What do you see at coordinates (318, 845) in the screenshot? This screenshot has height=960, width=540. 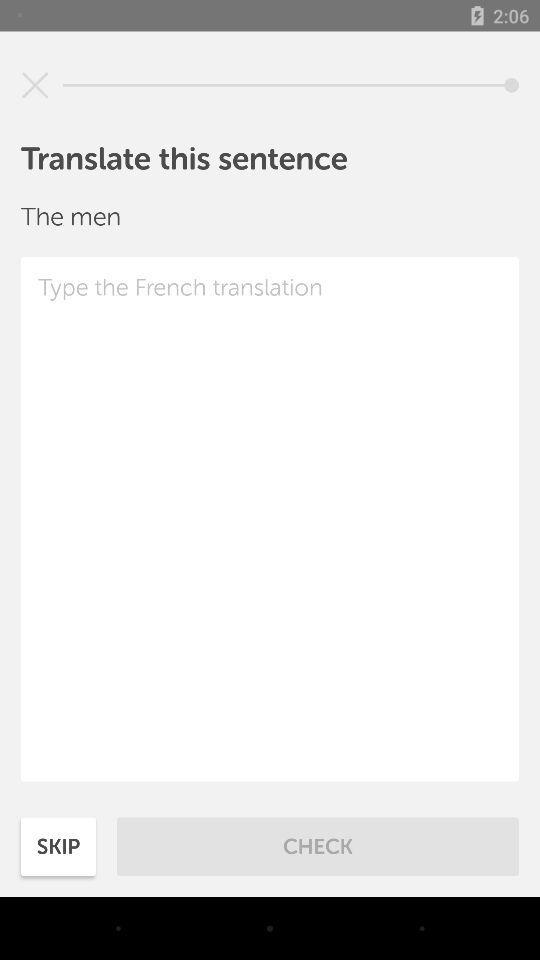 I see `icon to the right of skip item` at bounding box center [318, 845].